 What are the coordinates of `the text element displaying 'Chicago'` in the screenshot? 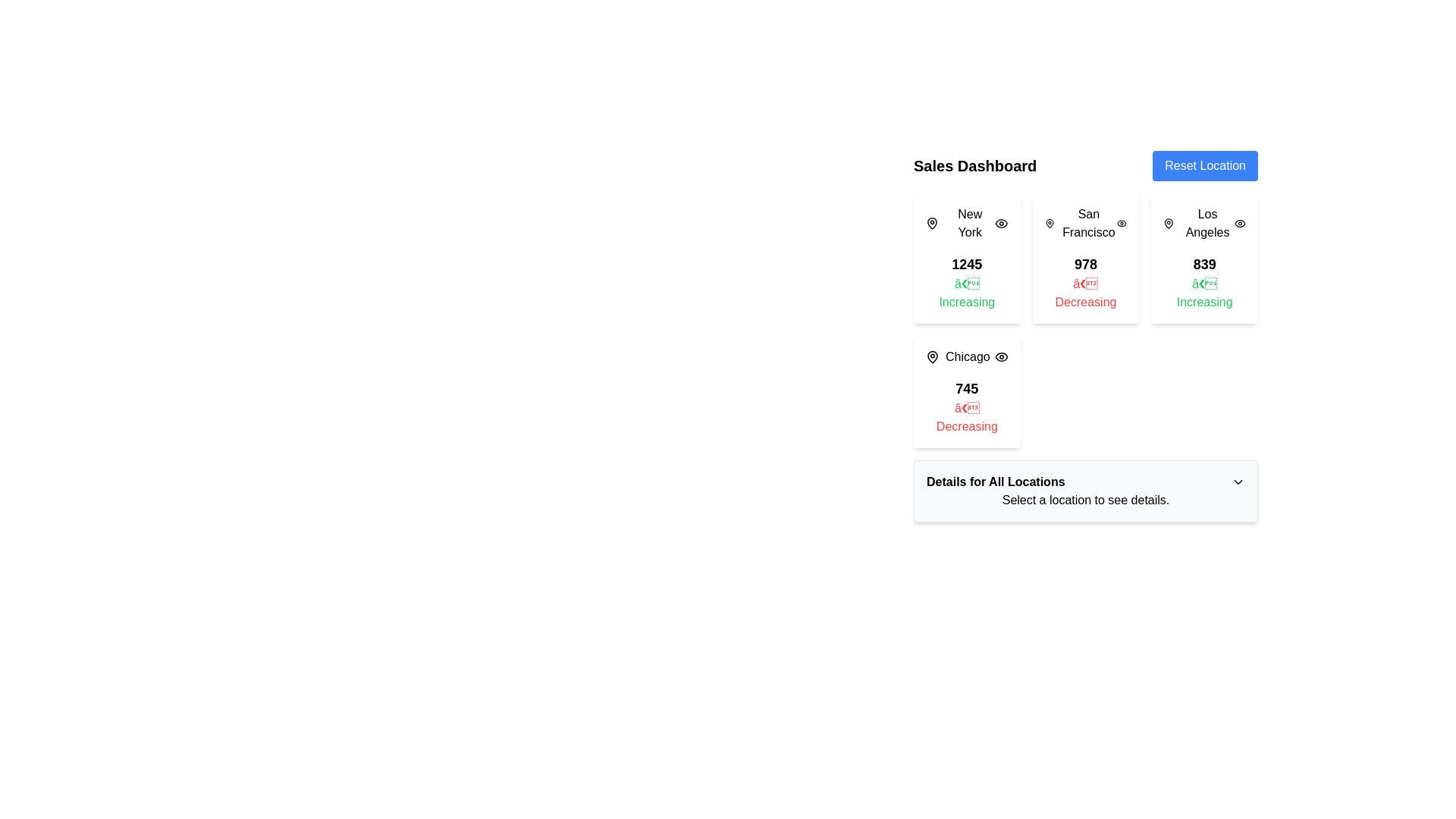 It's located at (957, 356).